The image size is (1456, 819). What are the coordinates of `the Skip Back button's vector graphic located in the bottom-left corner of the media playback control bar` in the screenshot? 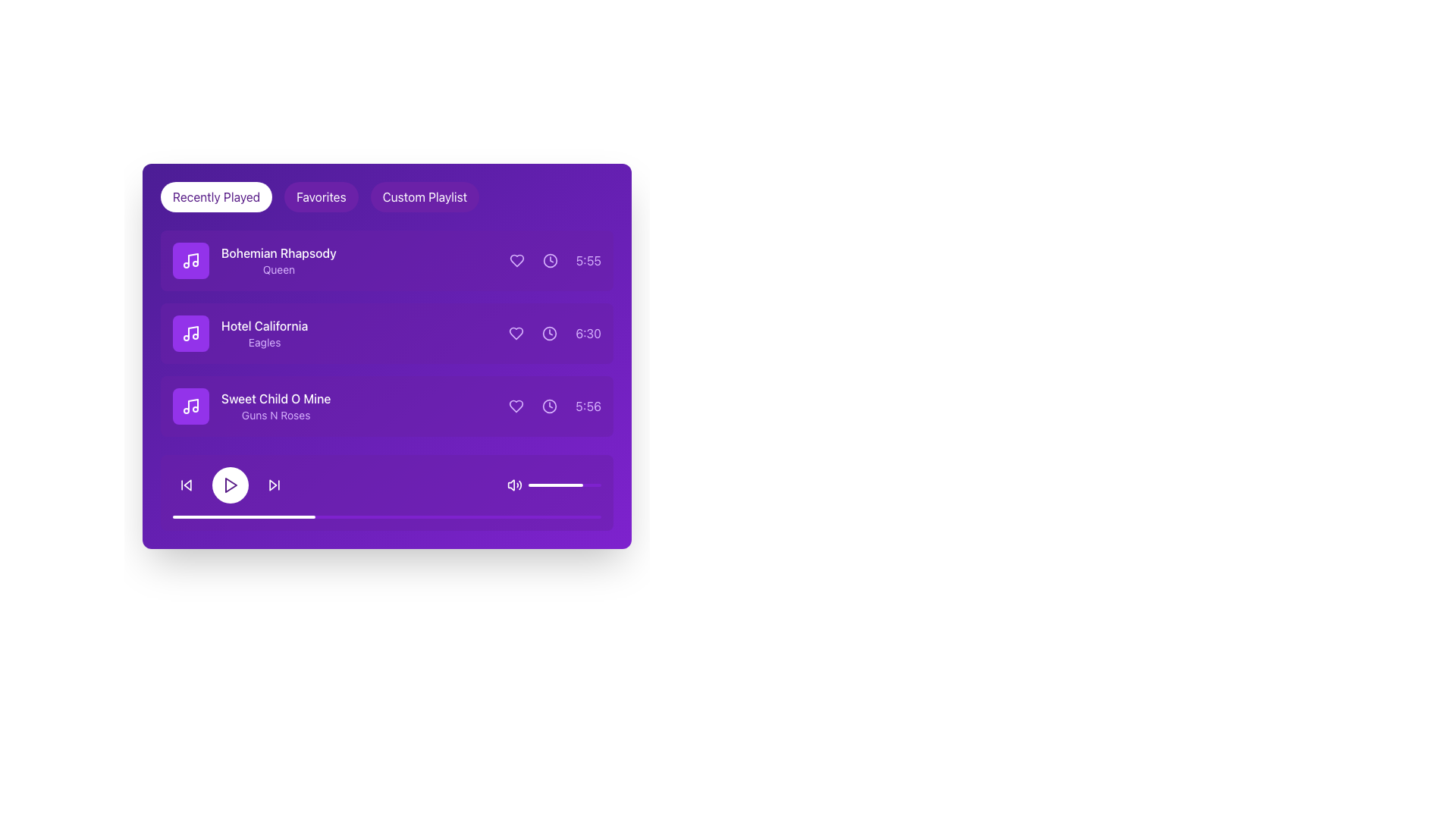 It's located at (187, 485).